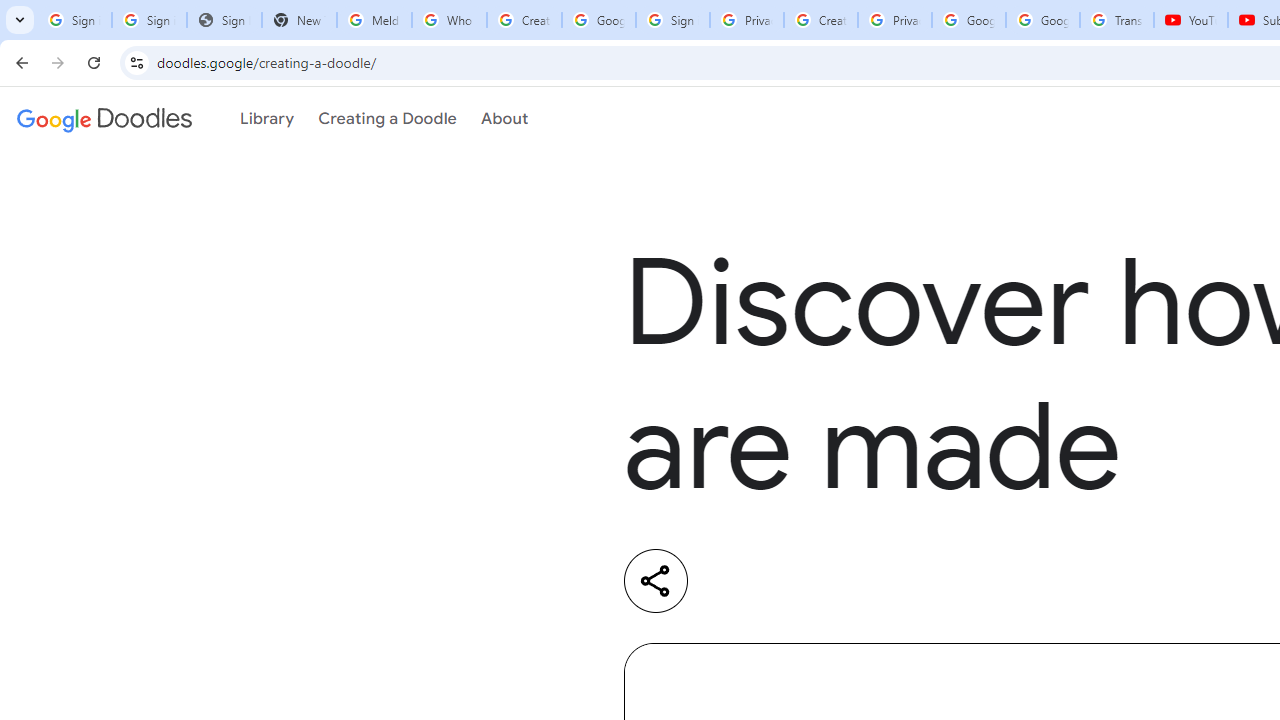  I want to click on 'Creating a Doodle', so click(387, 119).